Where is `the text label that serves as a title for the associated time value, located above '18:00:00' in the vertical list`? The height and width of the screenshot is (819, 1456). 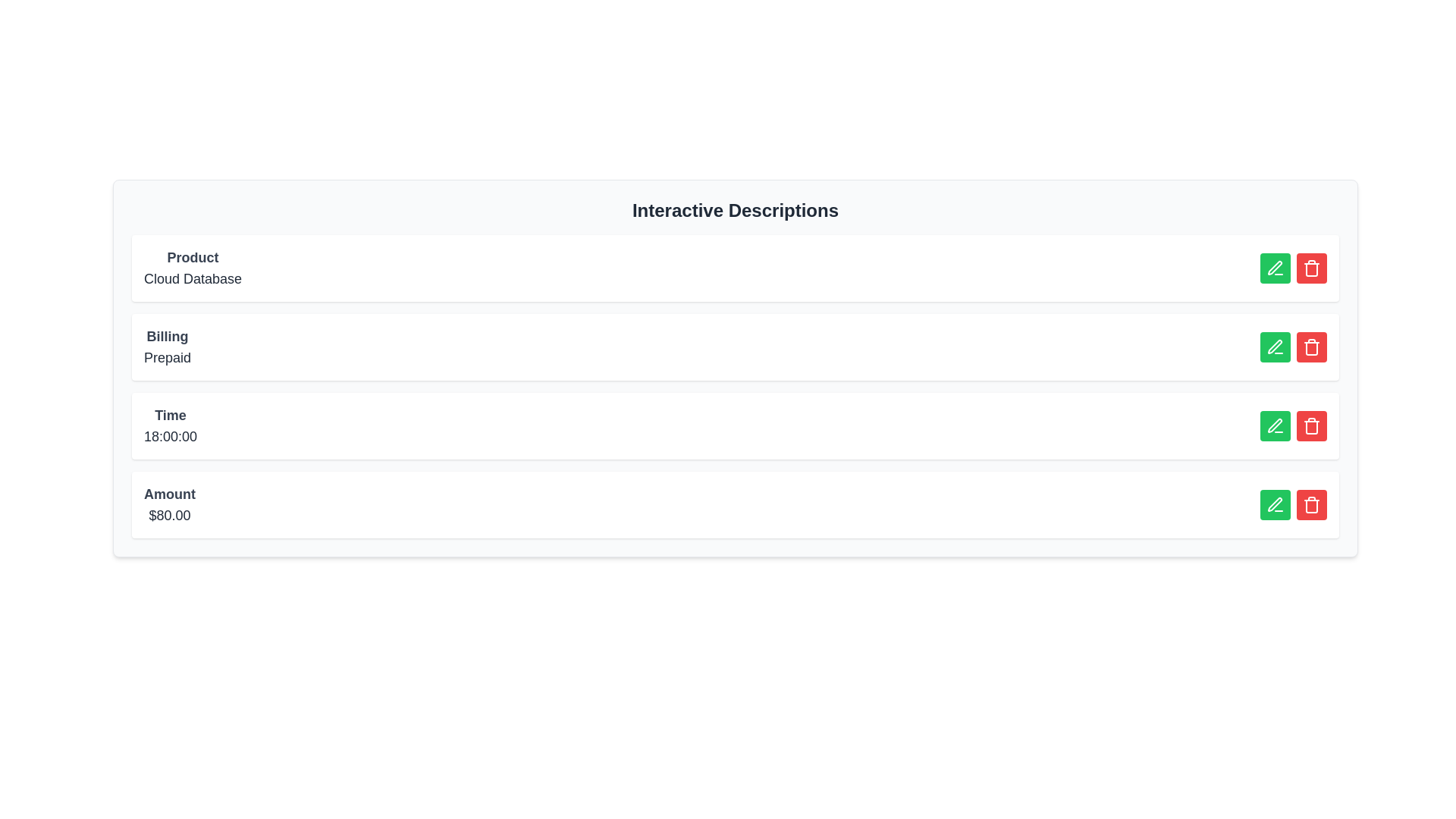
the text label that serves as a title for the associated time value, located above '18:00:00' in the vertical list is located at coordinates (171, 415).